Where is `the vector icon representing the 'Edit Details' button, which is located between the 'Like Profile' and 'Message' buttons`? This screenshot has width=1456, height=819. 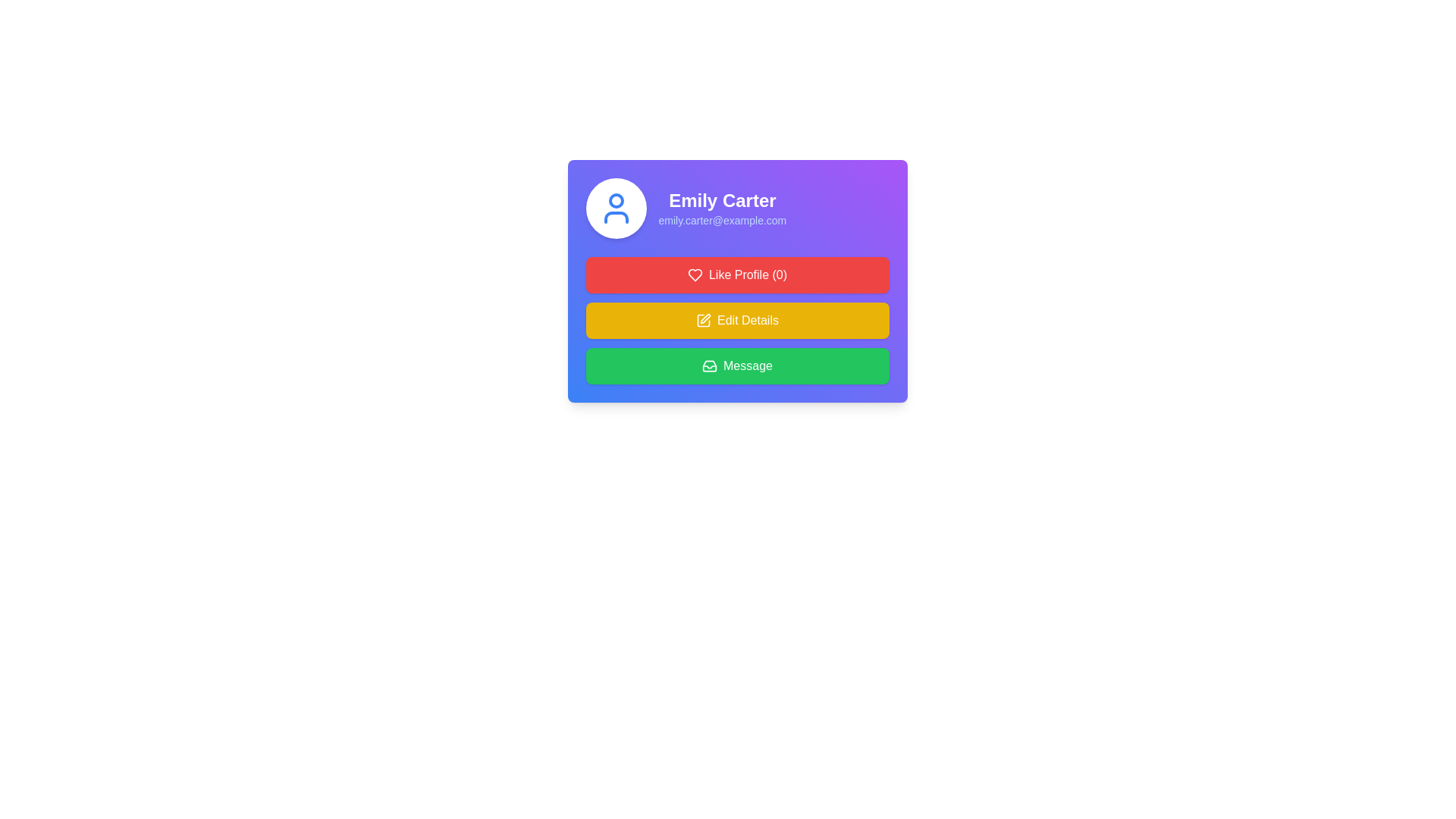 the vector icon representing the 'Edit Details' button, which is located between the 'Like Profile' and 'Message' buttons is located at coordinates (702, 320).